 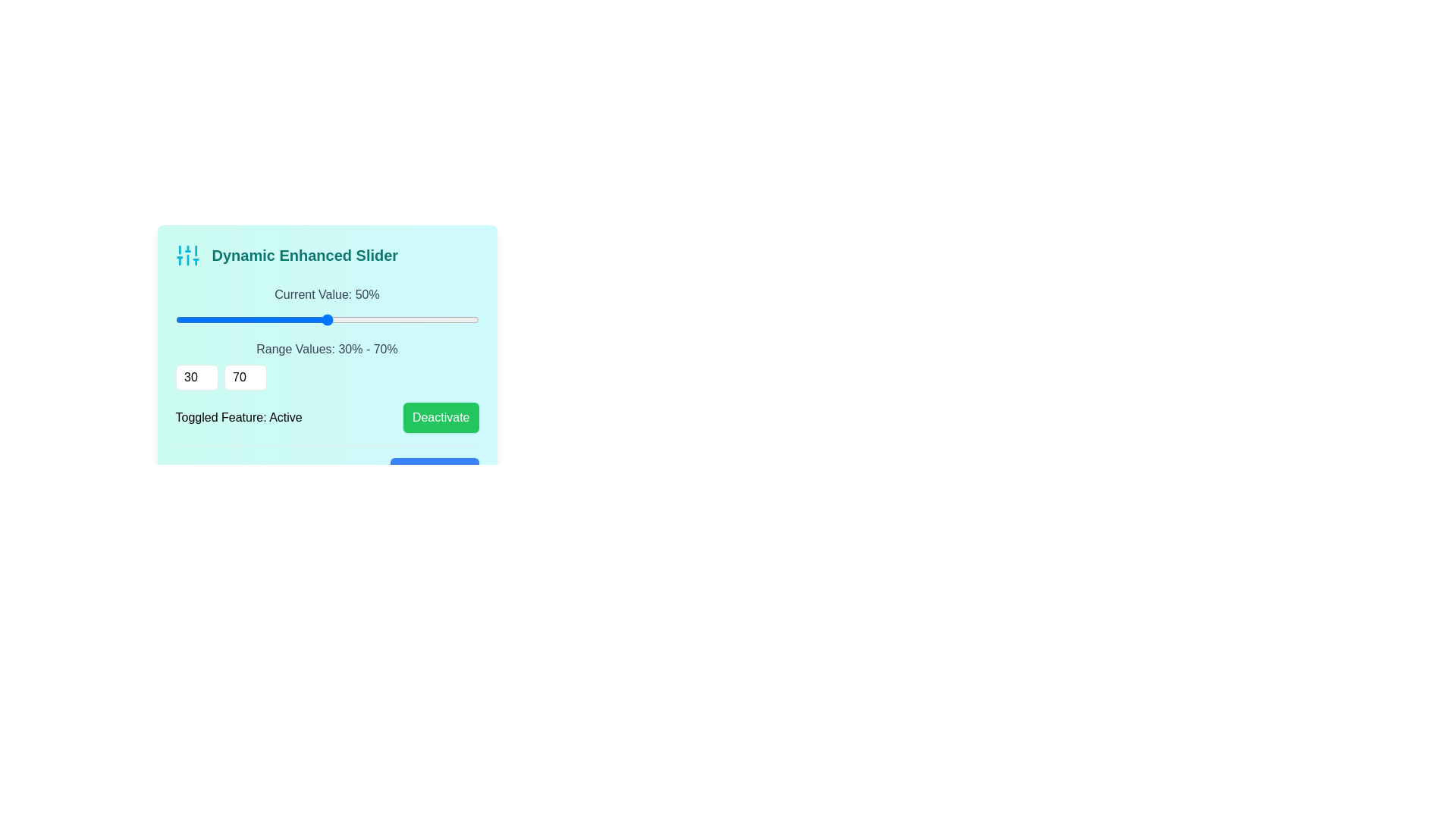 What do you see at coordinates (326, 366) in the screenshot?
I see `the bold text label stating 'Range Values: 30% - 70%' which is positioned above two number input boxes and below the slider labeled 'Current Value: 50%'` at bounding box center [326, 366].